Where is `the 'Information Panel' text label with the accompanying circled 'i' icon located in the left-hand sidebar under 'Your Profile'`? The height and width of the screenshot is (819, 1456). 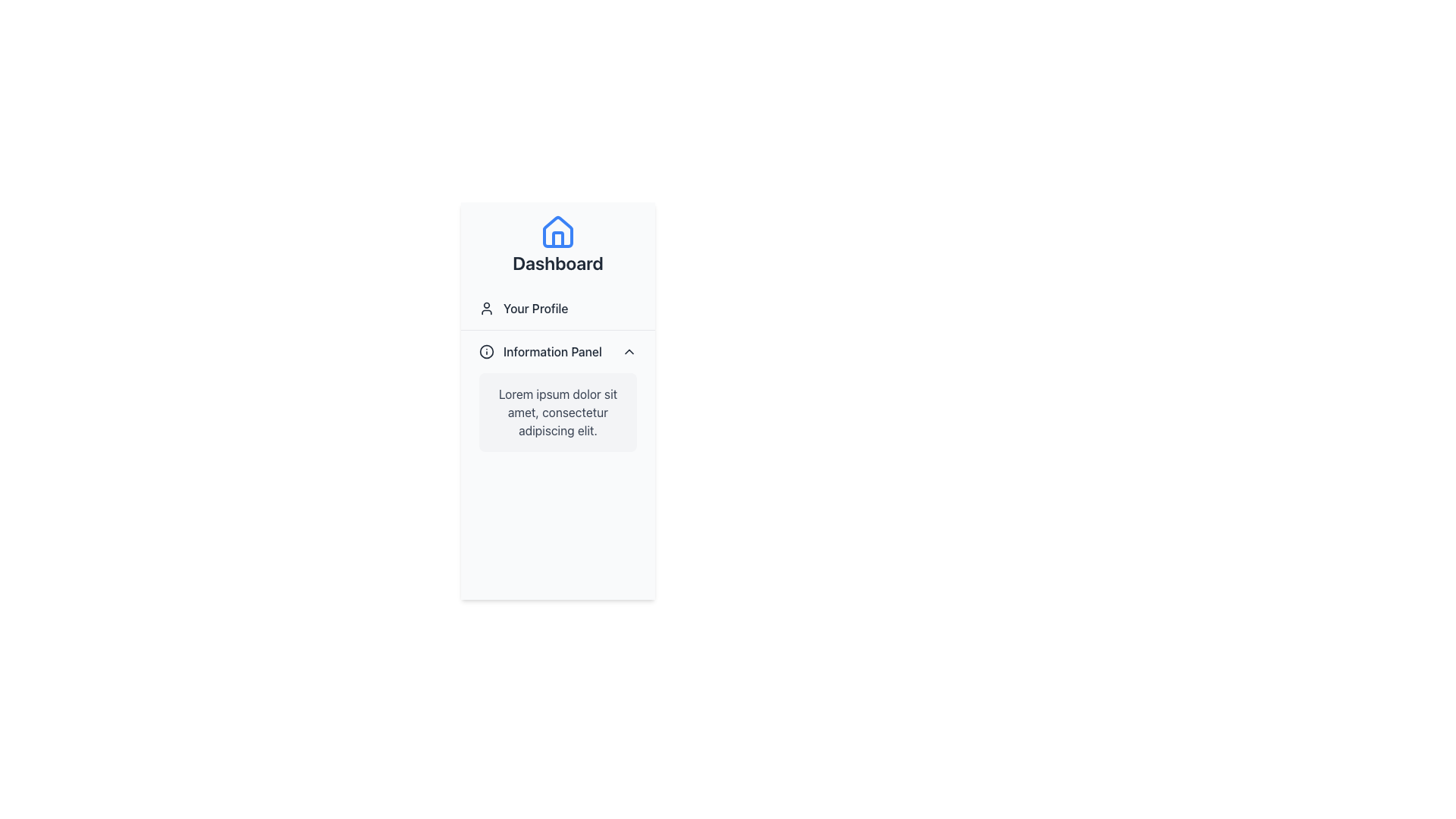
the 'Information Panel' text label with the accompanying circled 'i' icon located in the left-hand sidebar under 'Your Profile' is located at coordinates (540, 351).